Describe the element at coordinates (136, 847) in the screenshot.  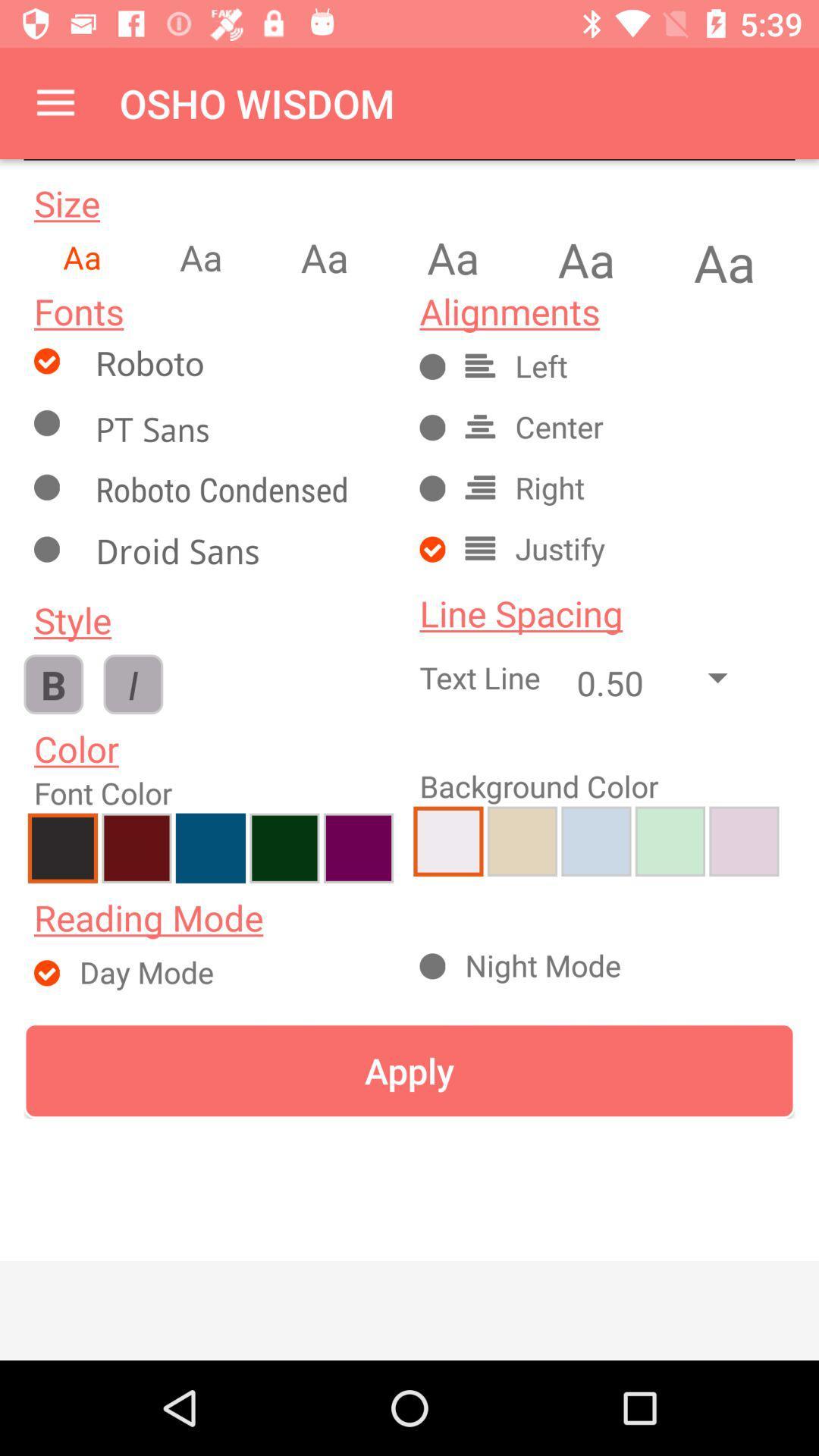
I see `color selection` at that location.